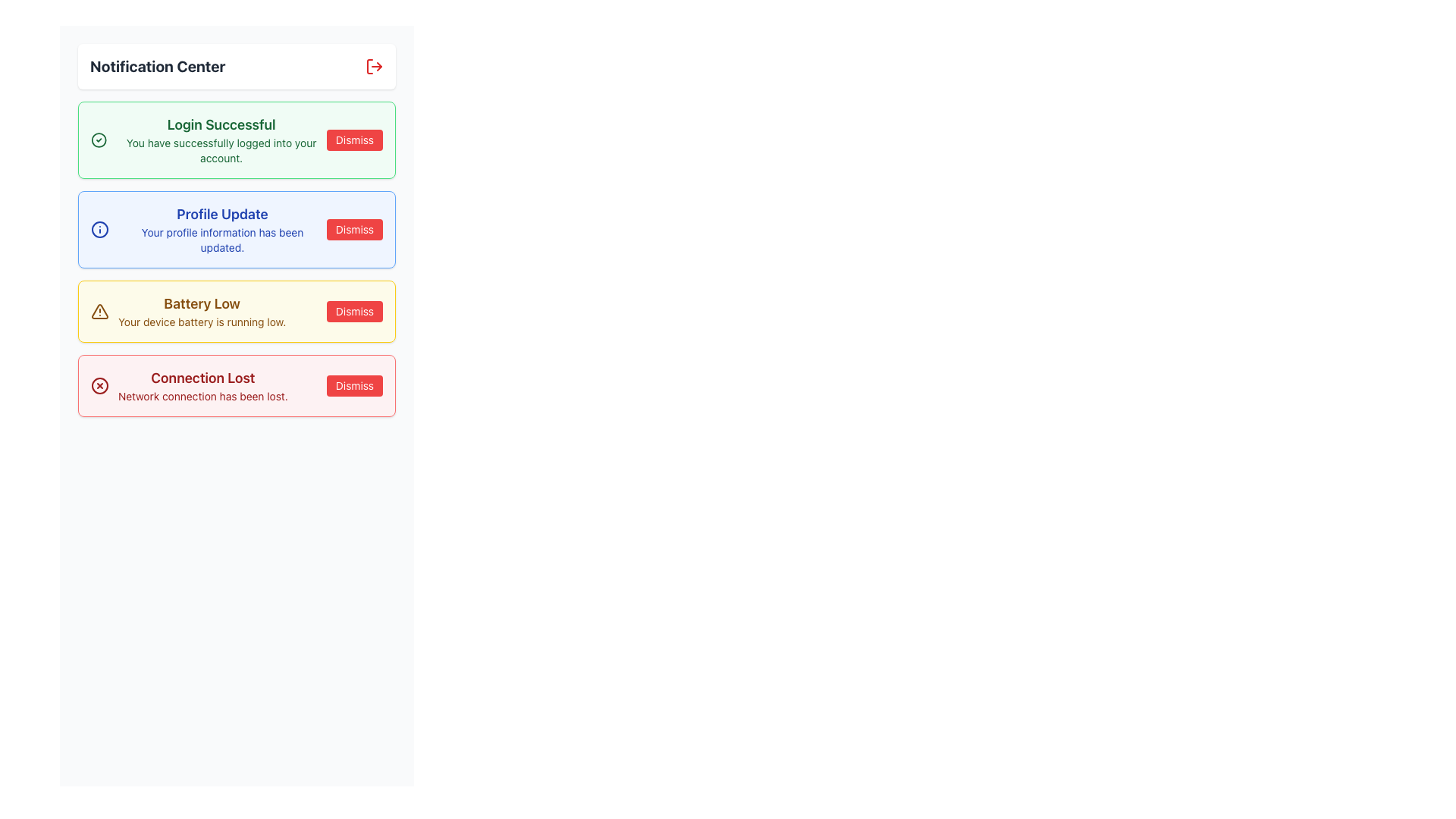 The width and height of the screenshot is (1456, 819). Describe the element at coordinates (99, 311) in the screenshot. I see `the triangular warning icon with a centered exclamation mark, located to the left of the 'Battery Low' notification header` at that location.